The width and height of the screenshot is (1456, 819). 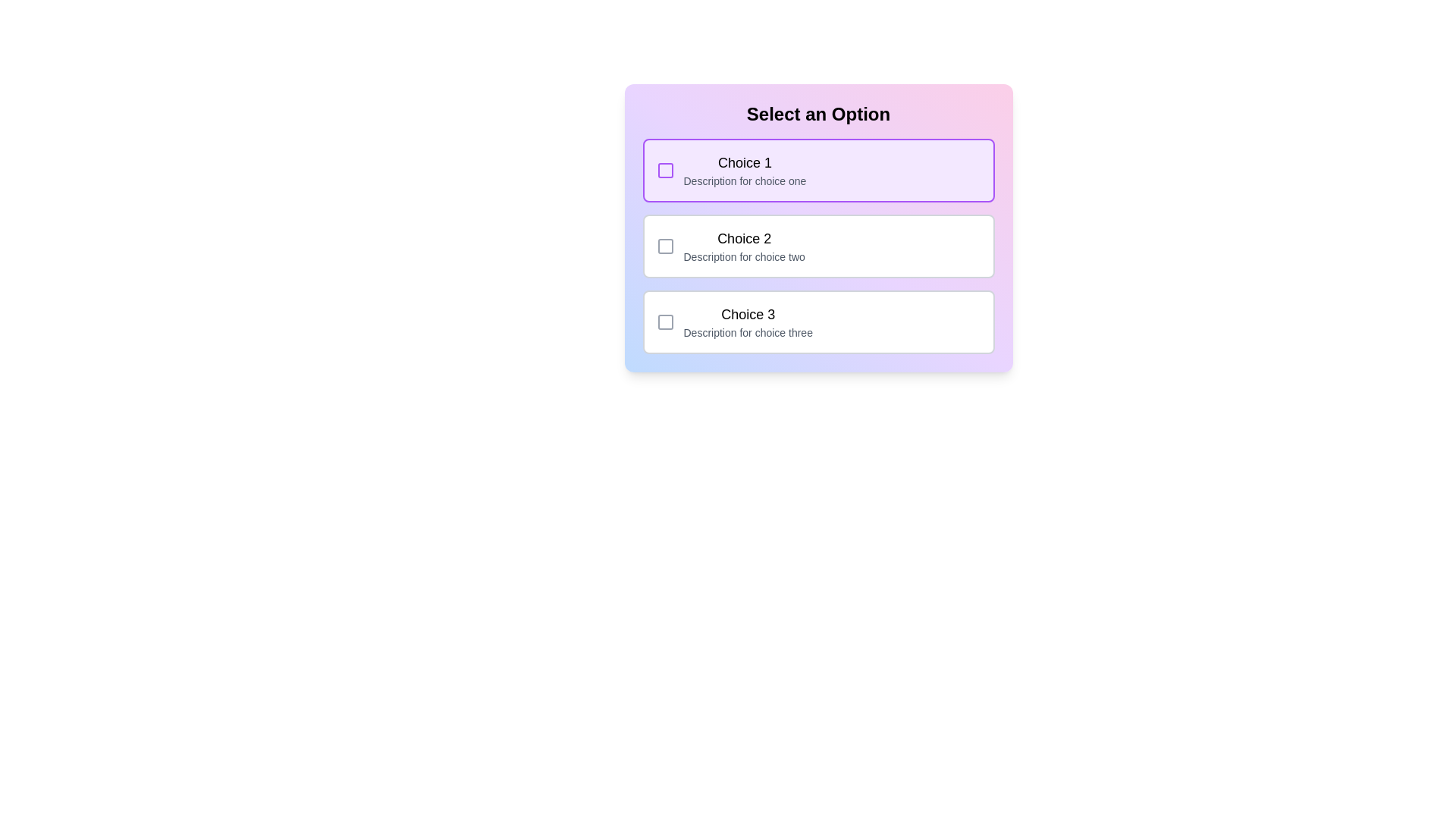 What do you see at coordinates (665, 245) in the screenshot?
I see `the checkbox for 'Choice 2'` at bounding box center [665, 245].